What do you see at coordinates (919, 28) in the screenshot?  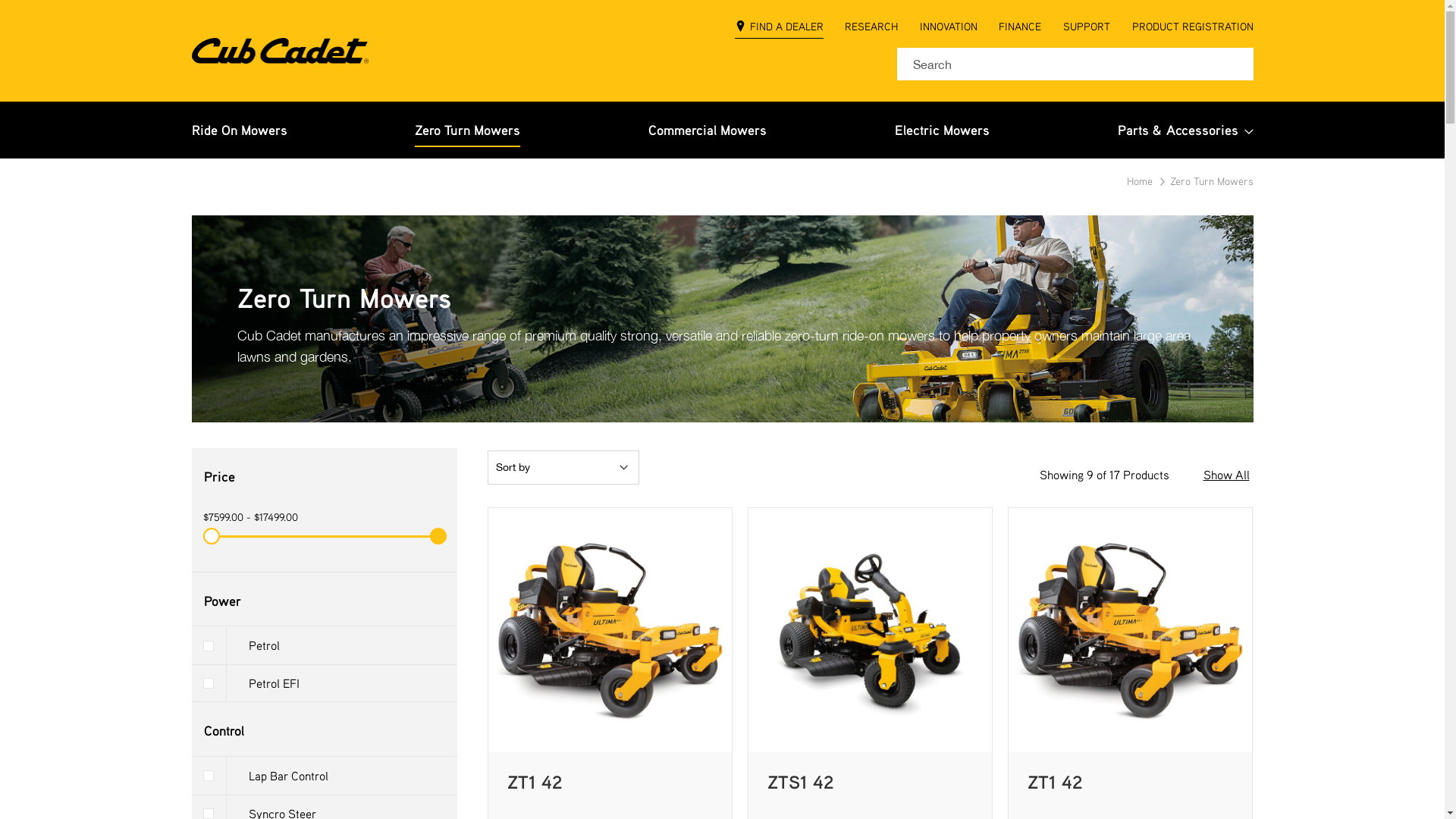 I see `'INNOVATION'` at bounding box center [919, 28].